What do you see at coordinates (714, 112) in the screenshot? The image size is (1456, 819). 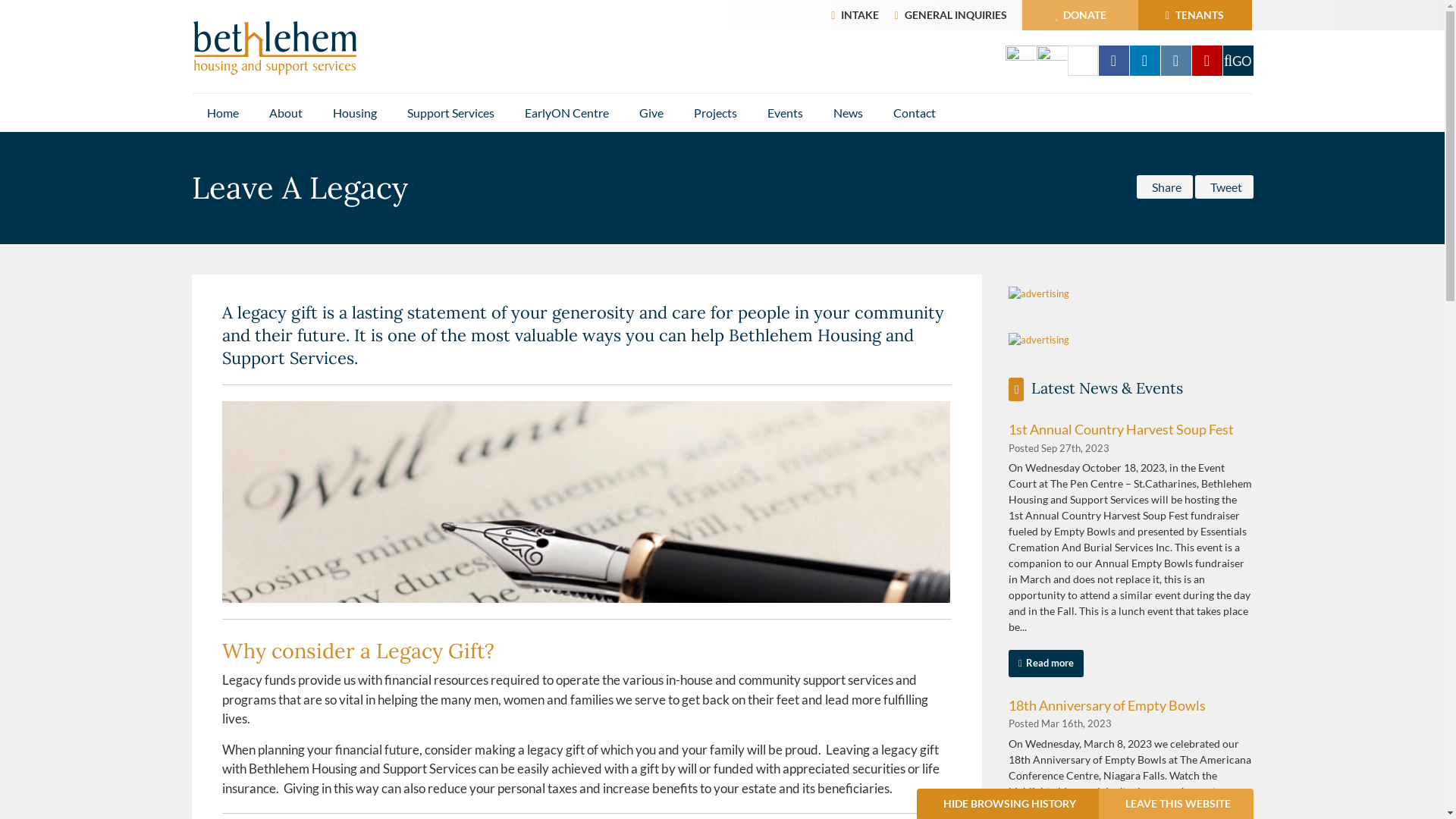 I see `'Projects'` at bounding box center [714, 112].